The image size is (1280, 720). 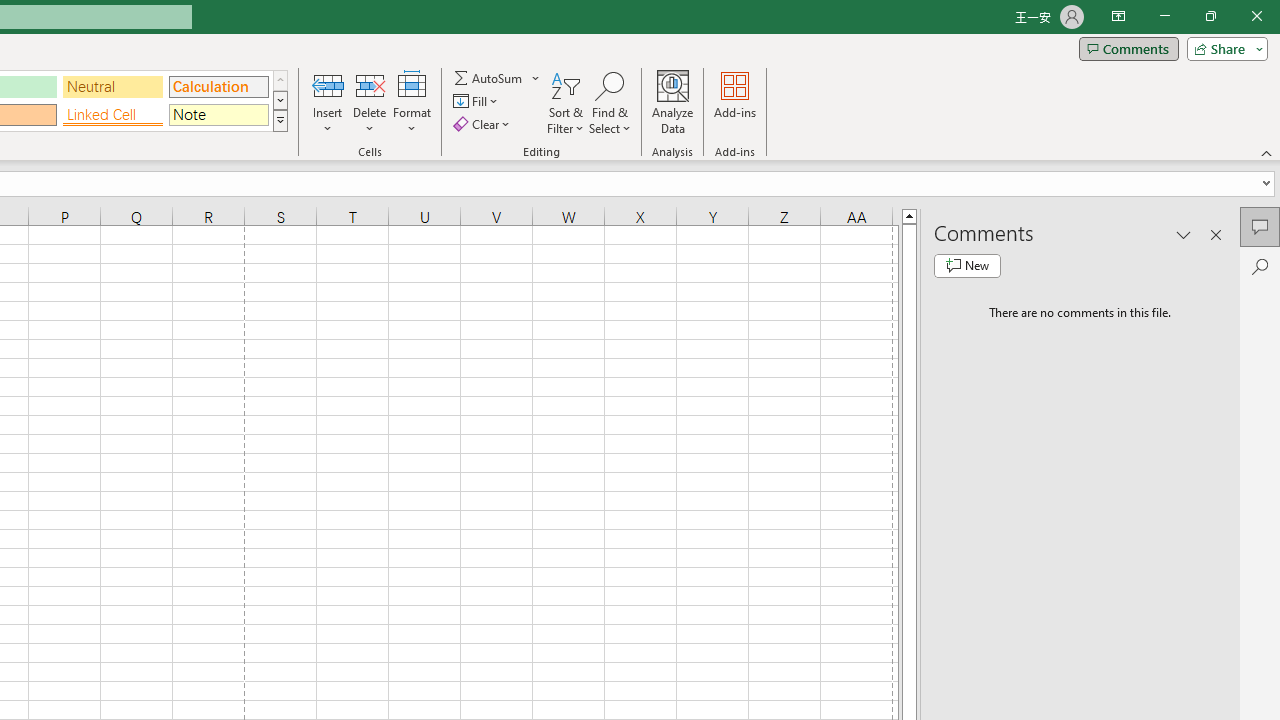 I want to click on 'Note', so click(x=218, y=114).